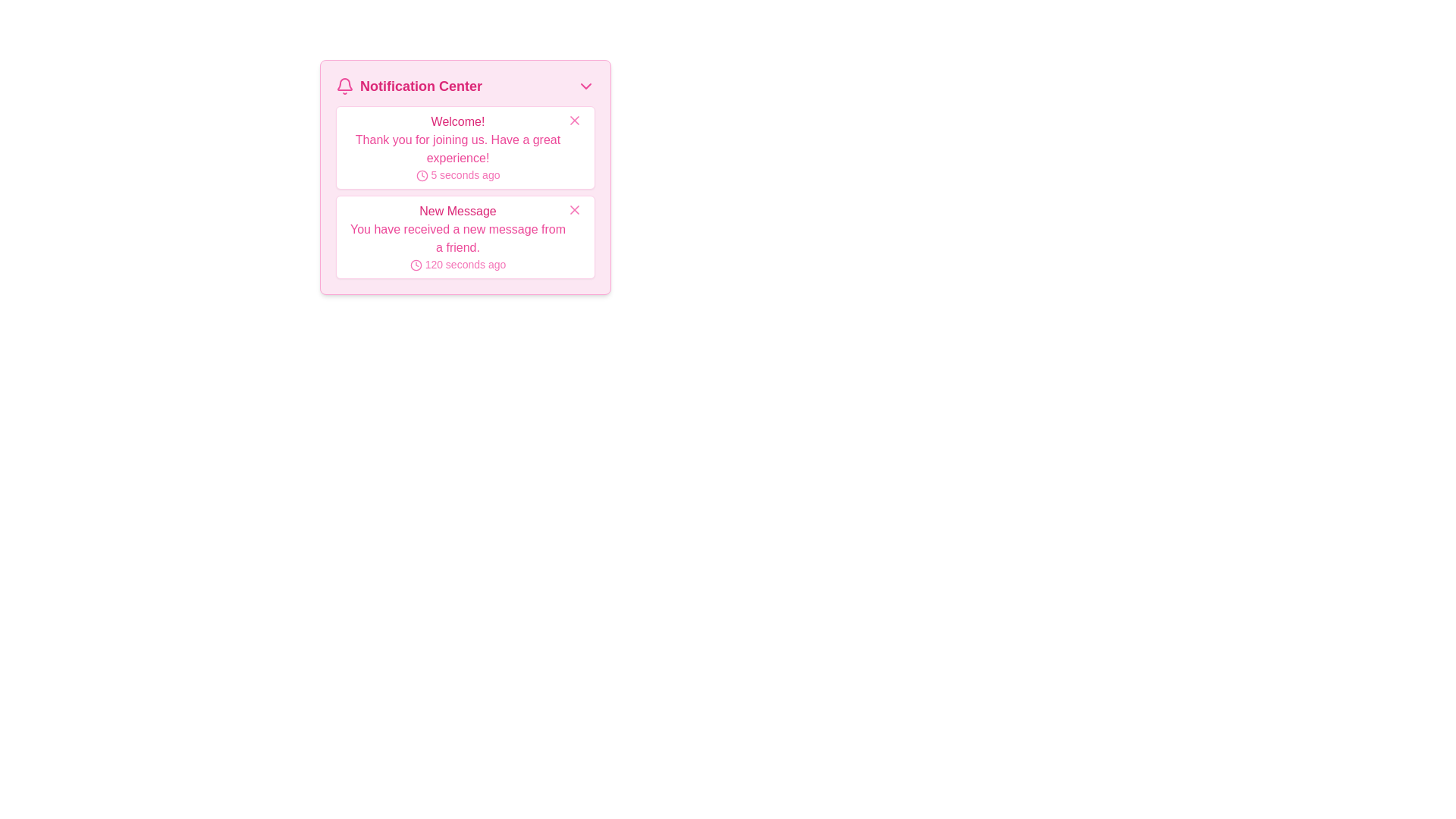 The image size is (1456, 819). Describe the element at coordinates (457, 211) in the screenshot. I see `text displayed on the 'New Message' label, which is in bold pink font and part of a notification structure` at that location.